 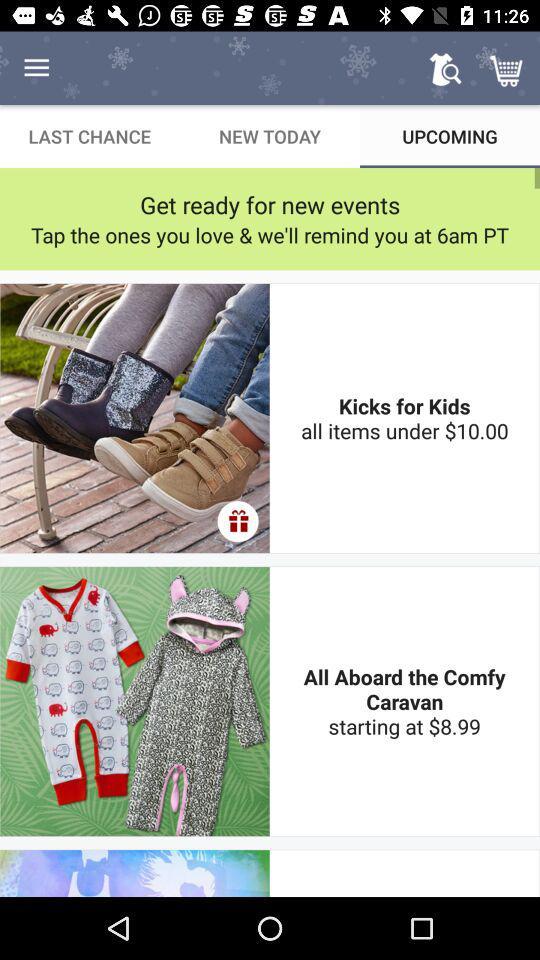 I want to click on all aboard the, so click(x=404, y=701).